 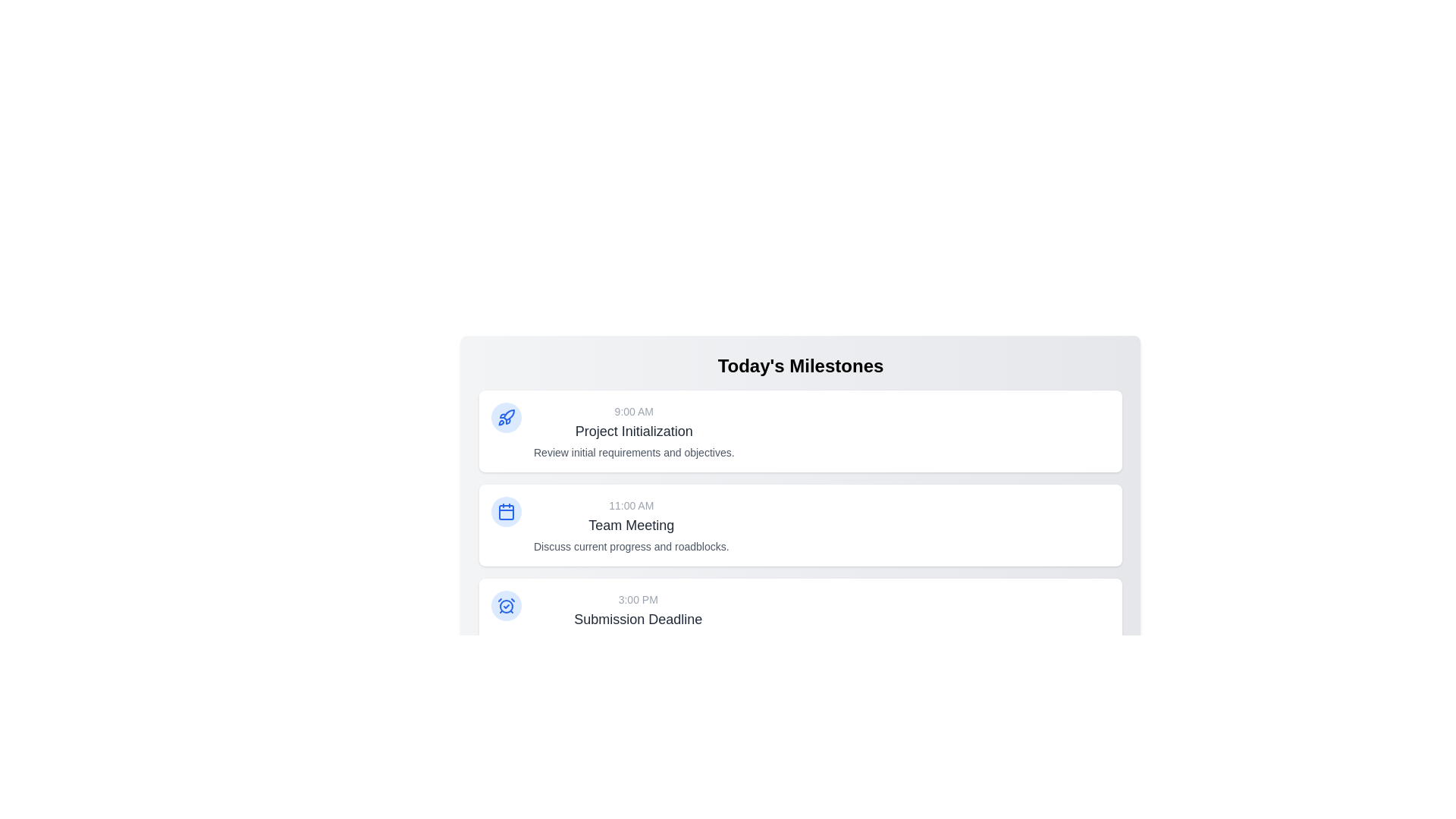 What do you see at coordinates (506, 604) in the screenshot?
I see `the 'Submission Deadline' milestone icon at 3:00 PM, which features an alarm clock and check mark design, located in the lower section of the milestone list` at bounding box center [506, 604].